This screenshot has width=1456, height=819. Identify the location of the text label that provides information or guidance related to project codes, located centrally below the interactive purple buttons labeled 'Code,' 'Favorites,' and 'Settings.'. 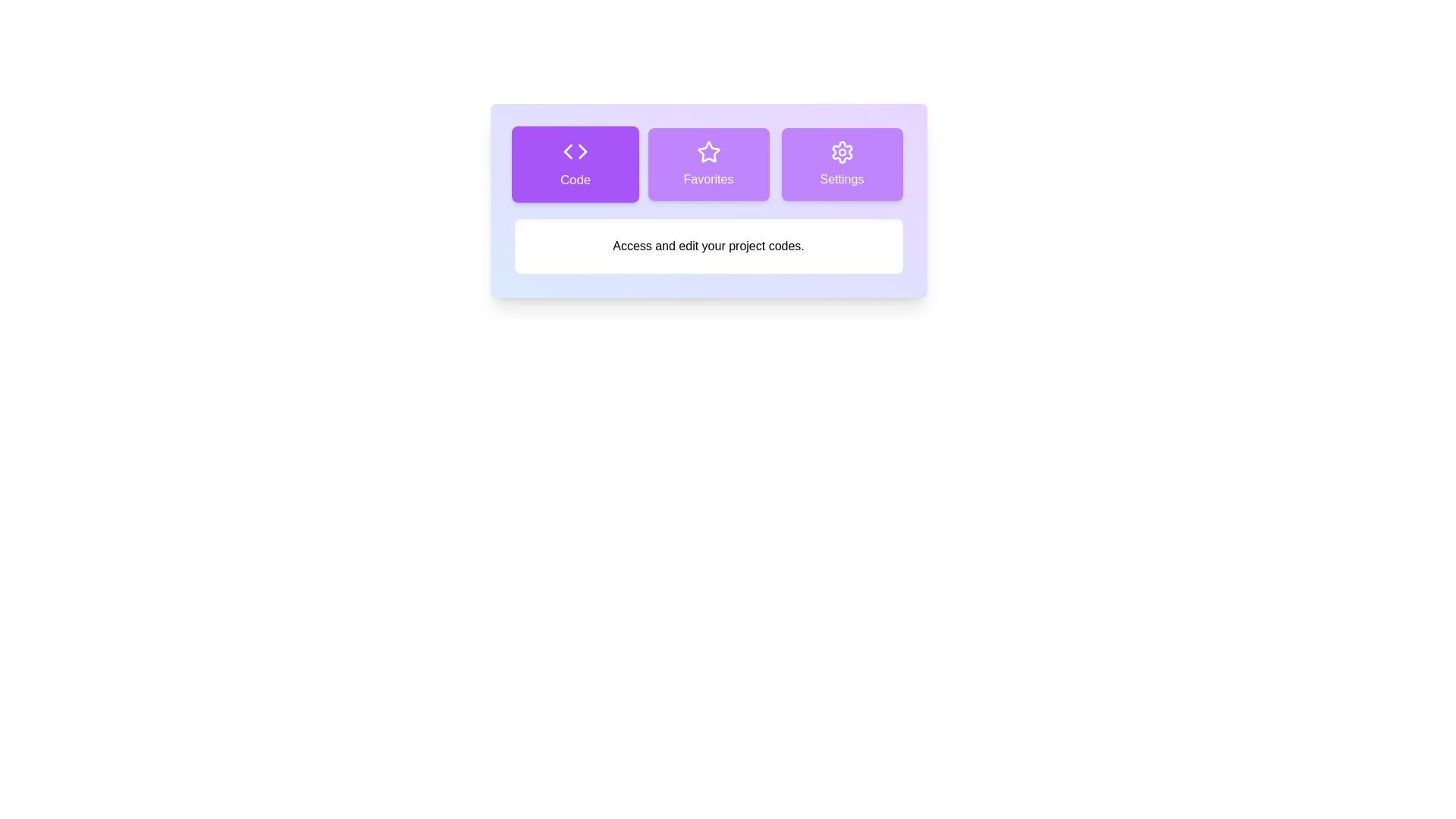
(708, 245).